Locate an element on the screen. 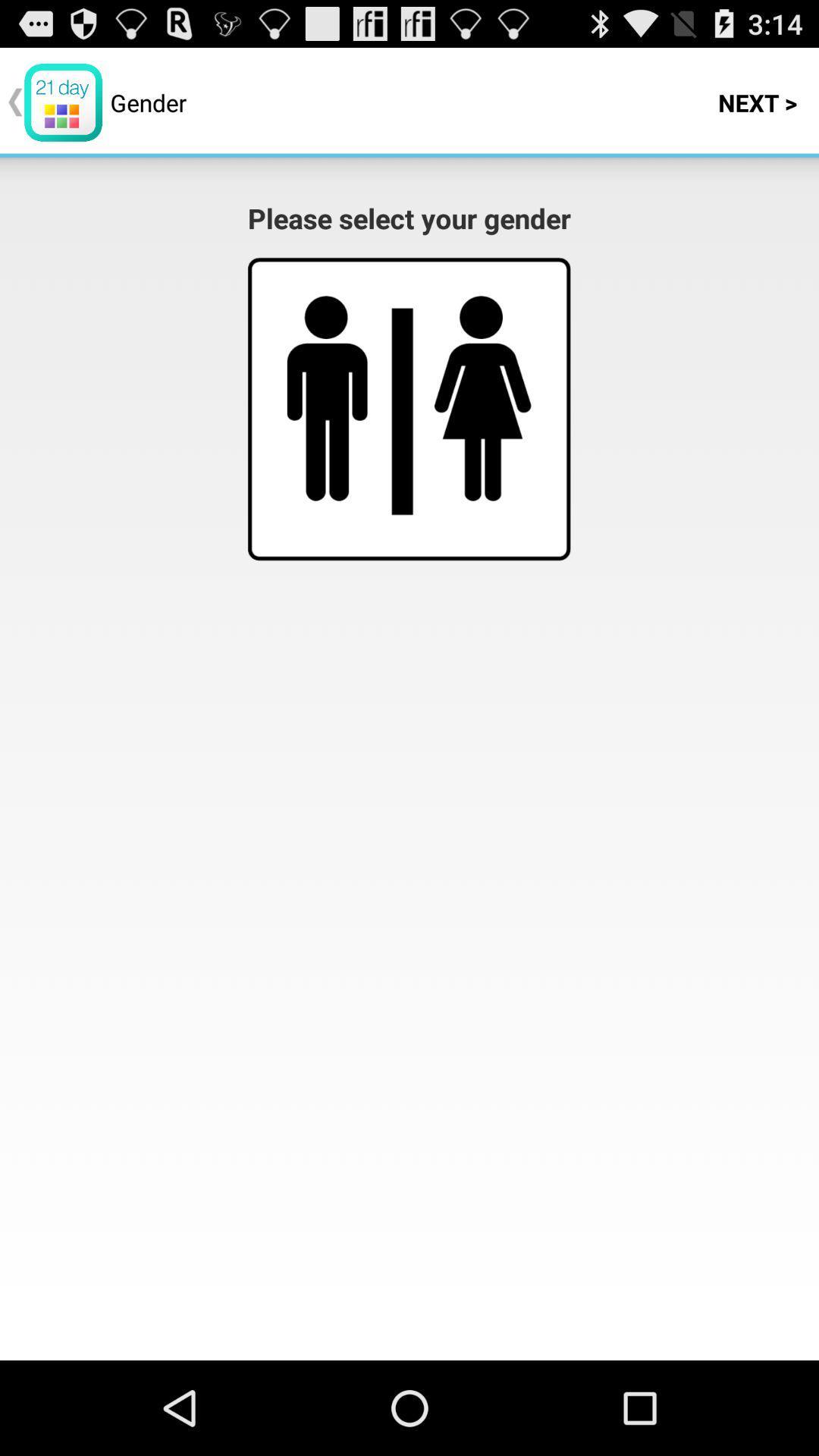 This screenshot has height=1456, width=819. male is located at coordinates (327, 398).